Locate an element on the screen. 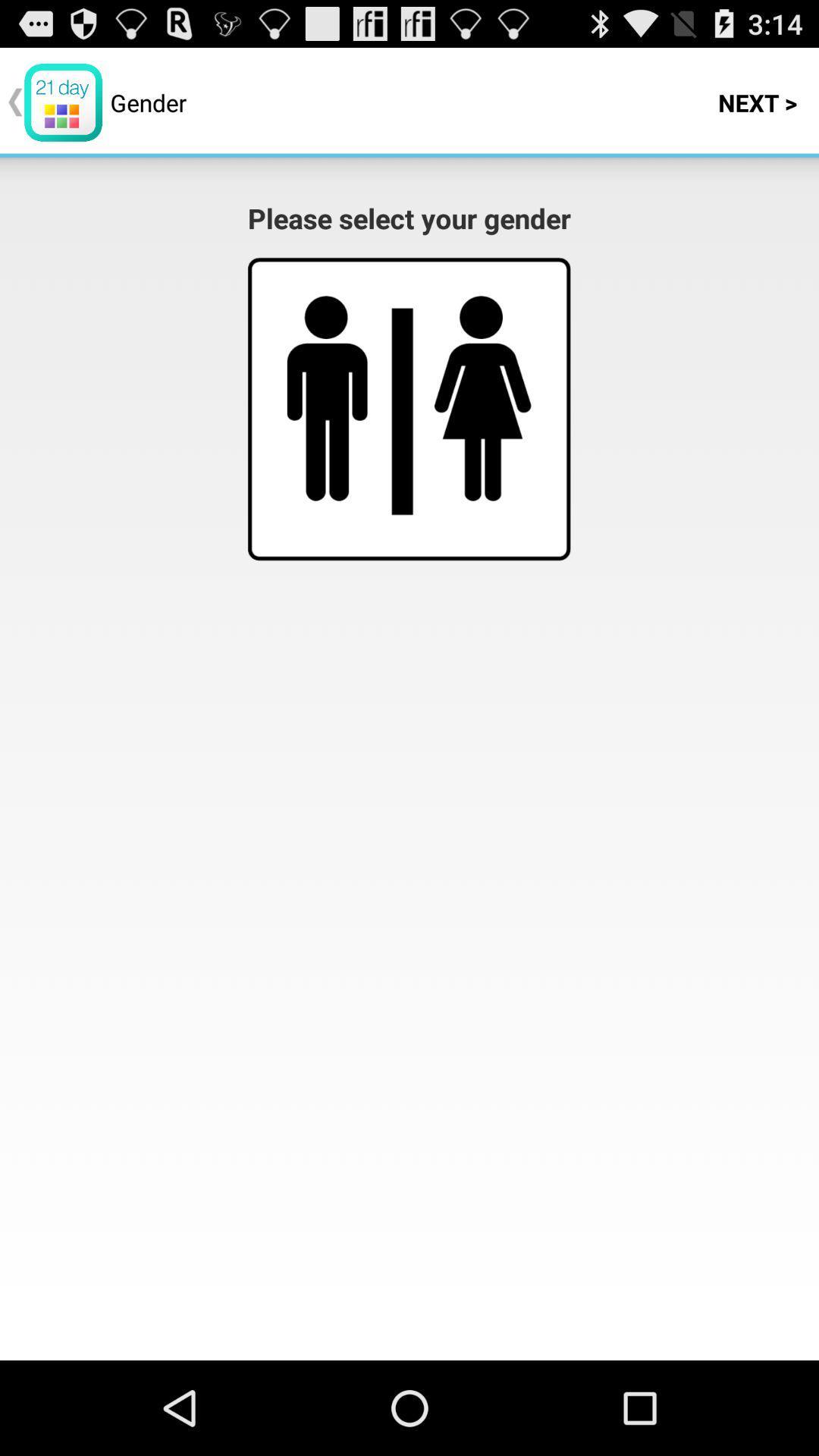 This screenshot has height=1456, width=819. male is located at coordinates (327, 398).